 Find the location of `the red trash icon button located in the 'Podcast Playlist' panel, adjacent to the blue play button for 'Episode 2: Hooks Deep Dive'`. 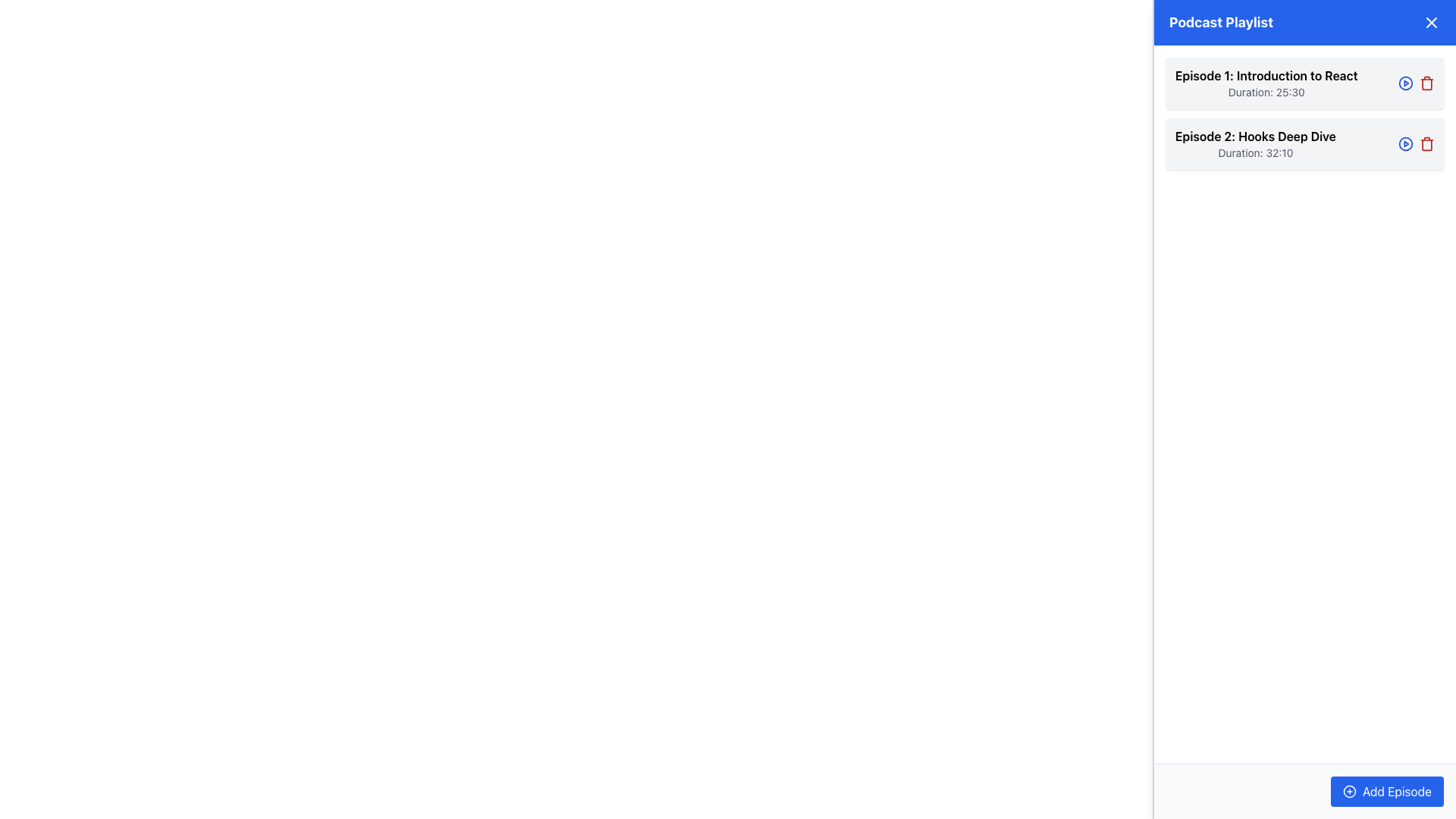

the red trash icon button located in the 'Podcast Playlist' panel, adjacent to the blue play button for 'Episode 2: Hooks Deep Dive' is located at coordinates (1426, 143).